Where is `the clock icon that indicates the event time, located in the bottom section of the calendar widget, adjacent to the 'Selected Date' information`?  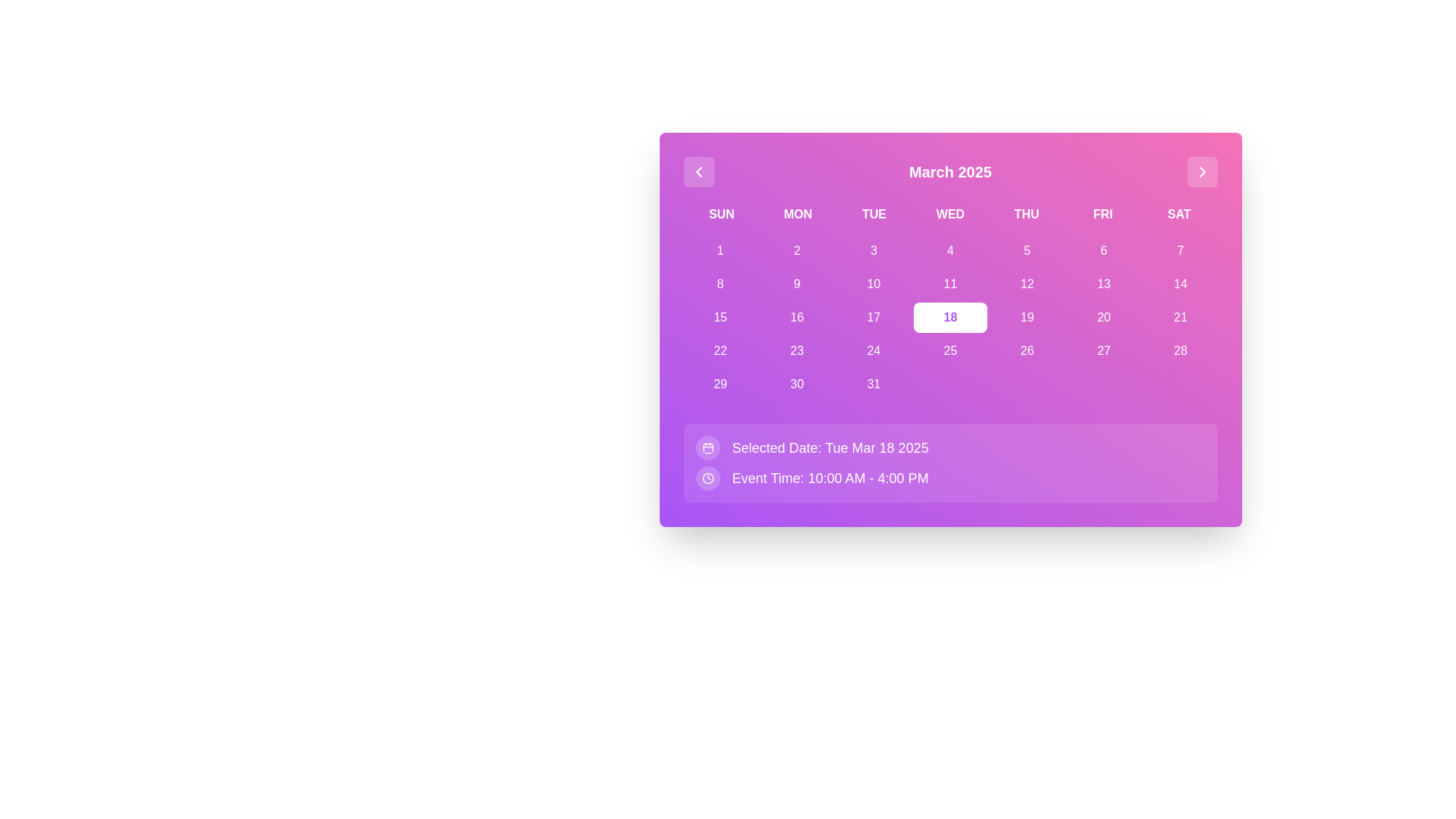
the clock icon that indicates the event time, located in the bottom section of the calendar widget, adjacent to the 'Selected Date' information is located at coordinates (707, 479).